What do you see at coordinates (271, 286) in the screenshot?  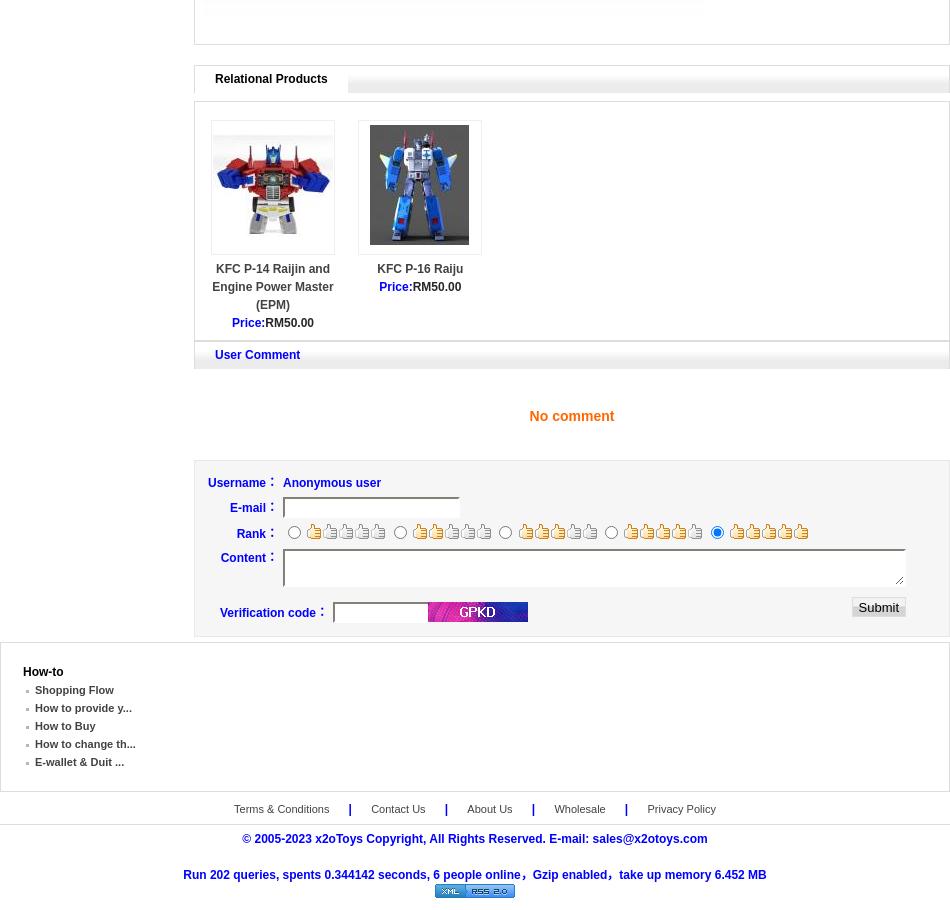 I see `'KFC P-14 Raijin and Engine Power Master (EPM)'` at bounding box center [271, 286].